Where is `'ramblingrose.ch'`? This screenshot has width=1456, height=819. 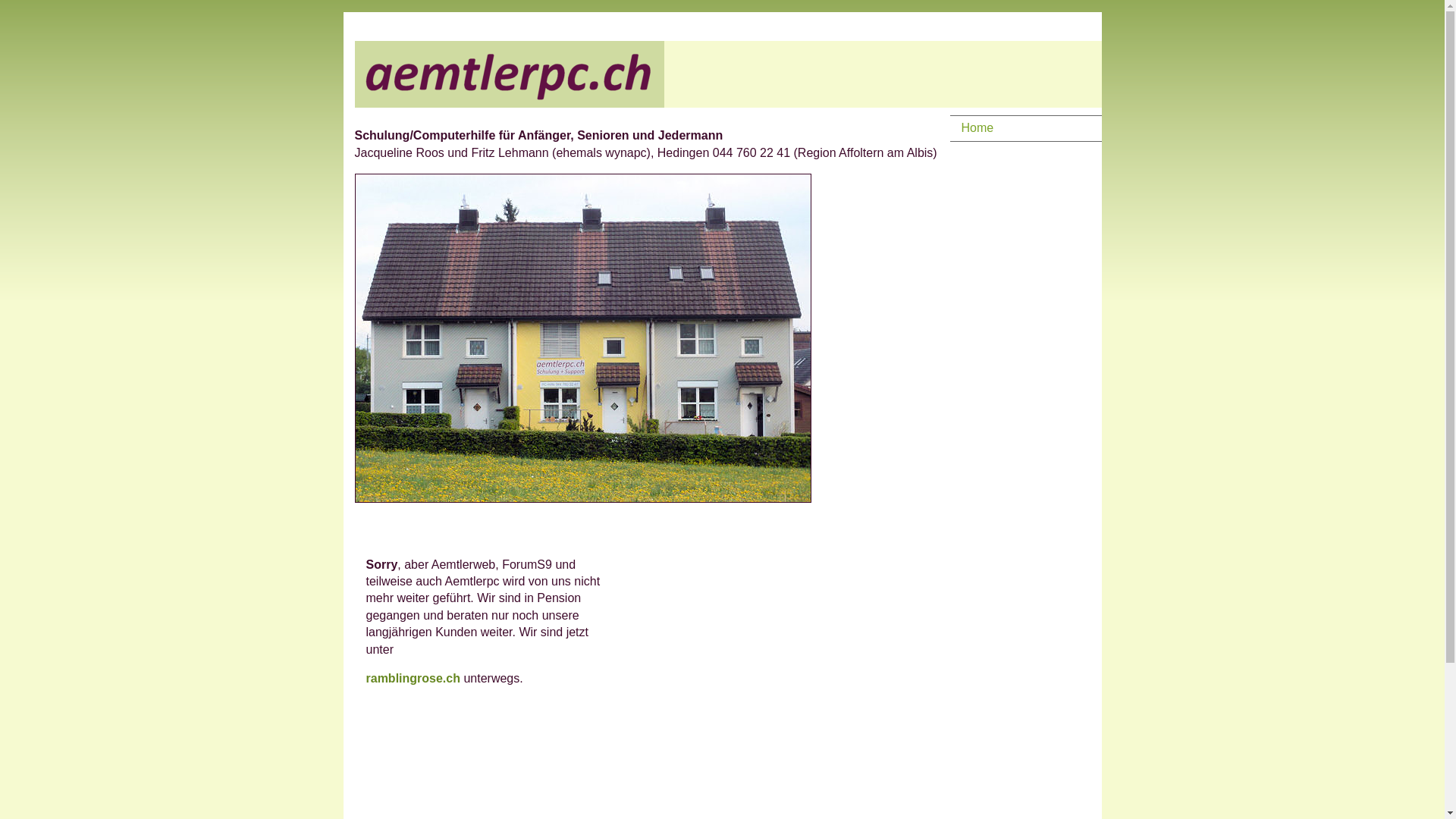 'ramblingrose.ch' is located at coordinates (414, 677).